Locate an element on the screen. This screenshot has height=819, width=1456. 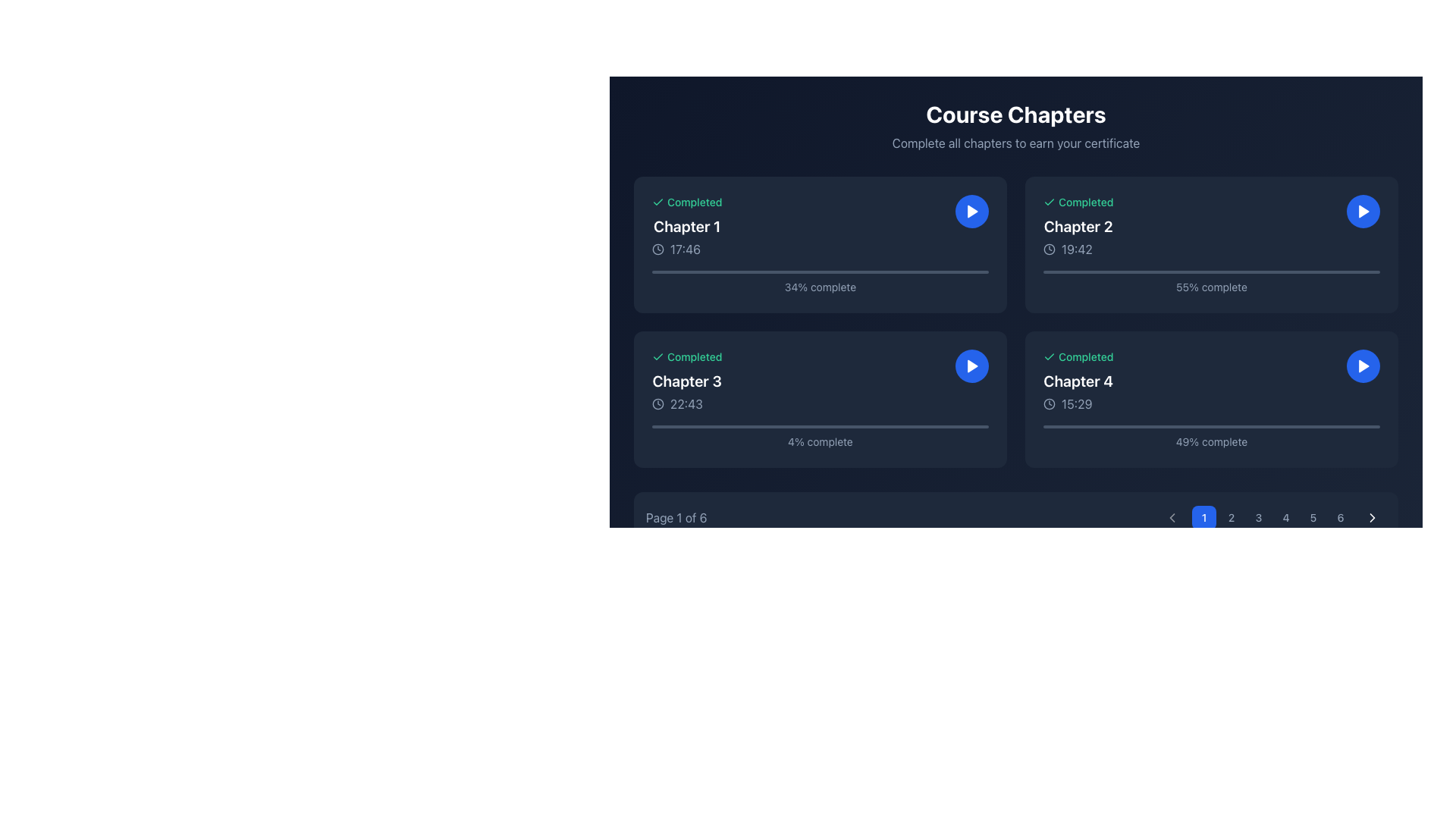
the circular clock icon element that is part of Chapter 4's content card, located in the middle left portion near the chapter's time duration is located at coordinates (1048, 403).